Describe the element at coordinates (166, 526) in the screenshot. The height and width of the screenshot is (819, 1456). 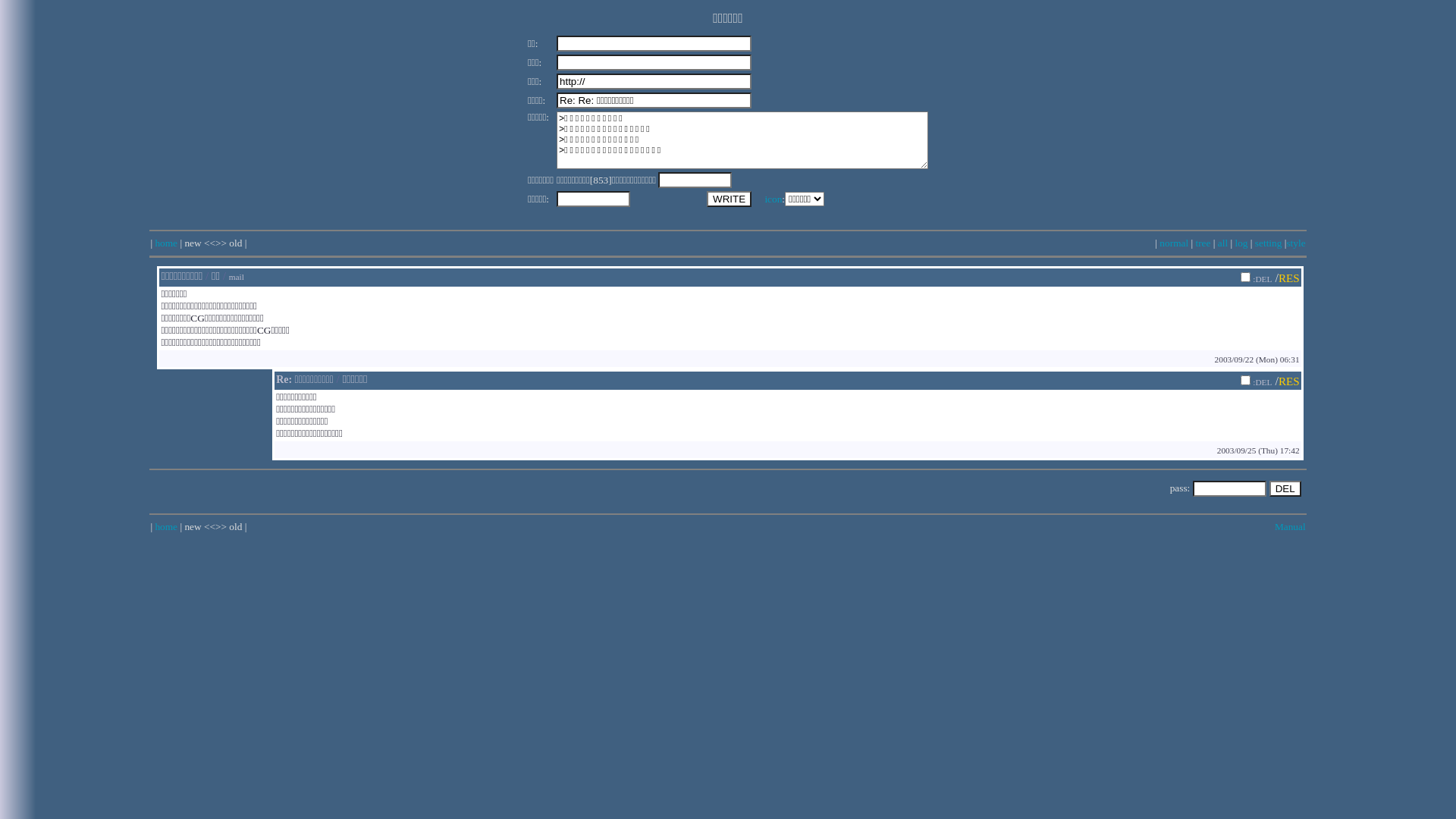
I see `'home'` at that location.